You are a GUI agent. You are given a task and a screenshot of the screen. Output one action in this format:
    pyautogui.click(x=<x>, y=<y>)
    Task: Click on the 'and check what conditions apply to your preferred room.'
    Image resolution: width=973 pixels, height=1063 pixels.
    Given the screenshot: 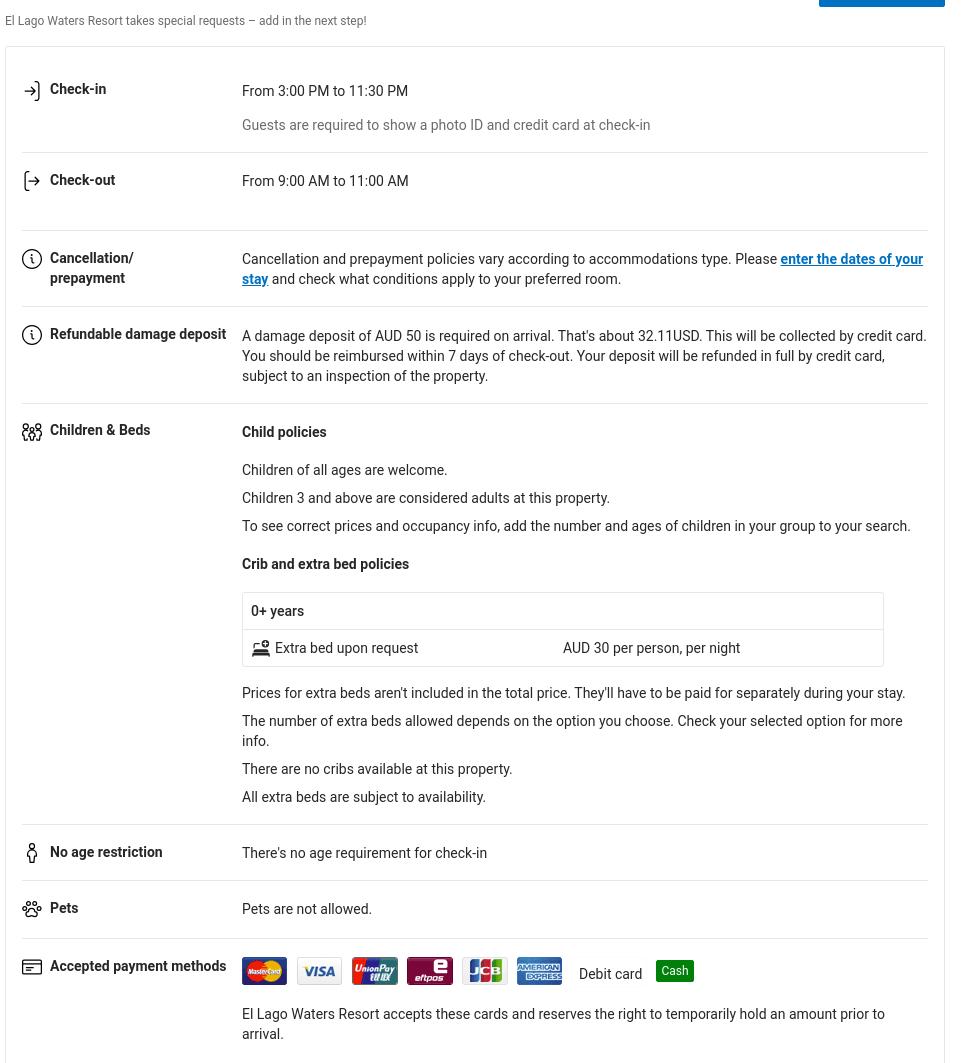 What is the action you would take?
    pyautogui.click(x=444, y=279)
    